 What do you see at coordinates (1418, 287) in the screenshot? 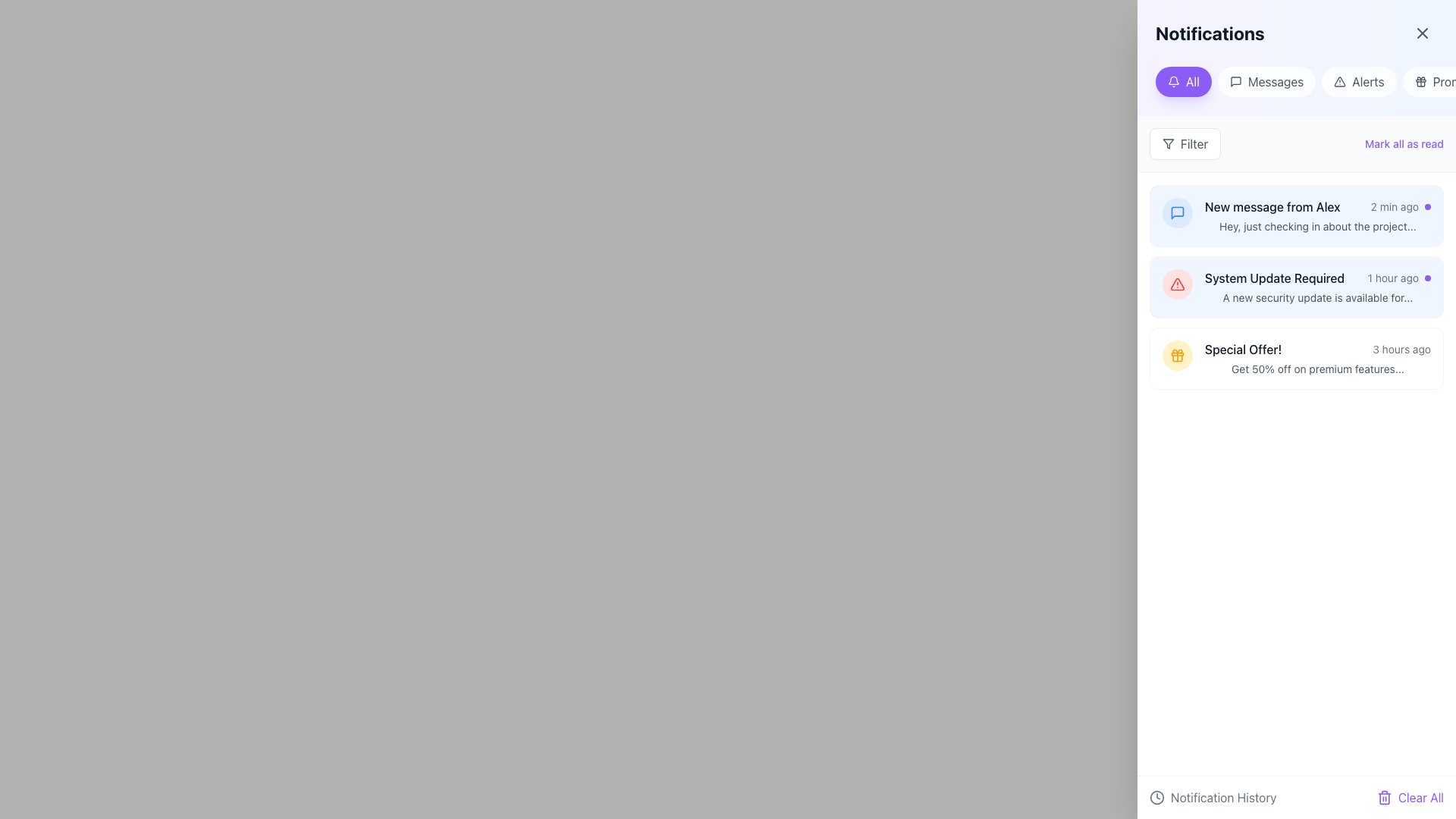
I see `the Vertical Ellipsis icon located near the right edge of the 'System Update Required' notification` at bounding box center [1418, 287].